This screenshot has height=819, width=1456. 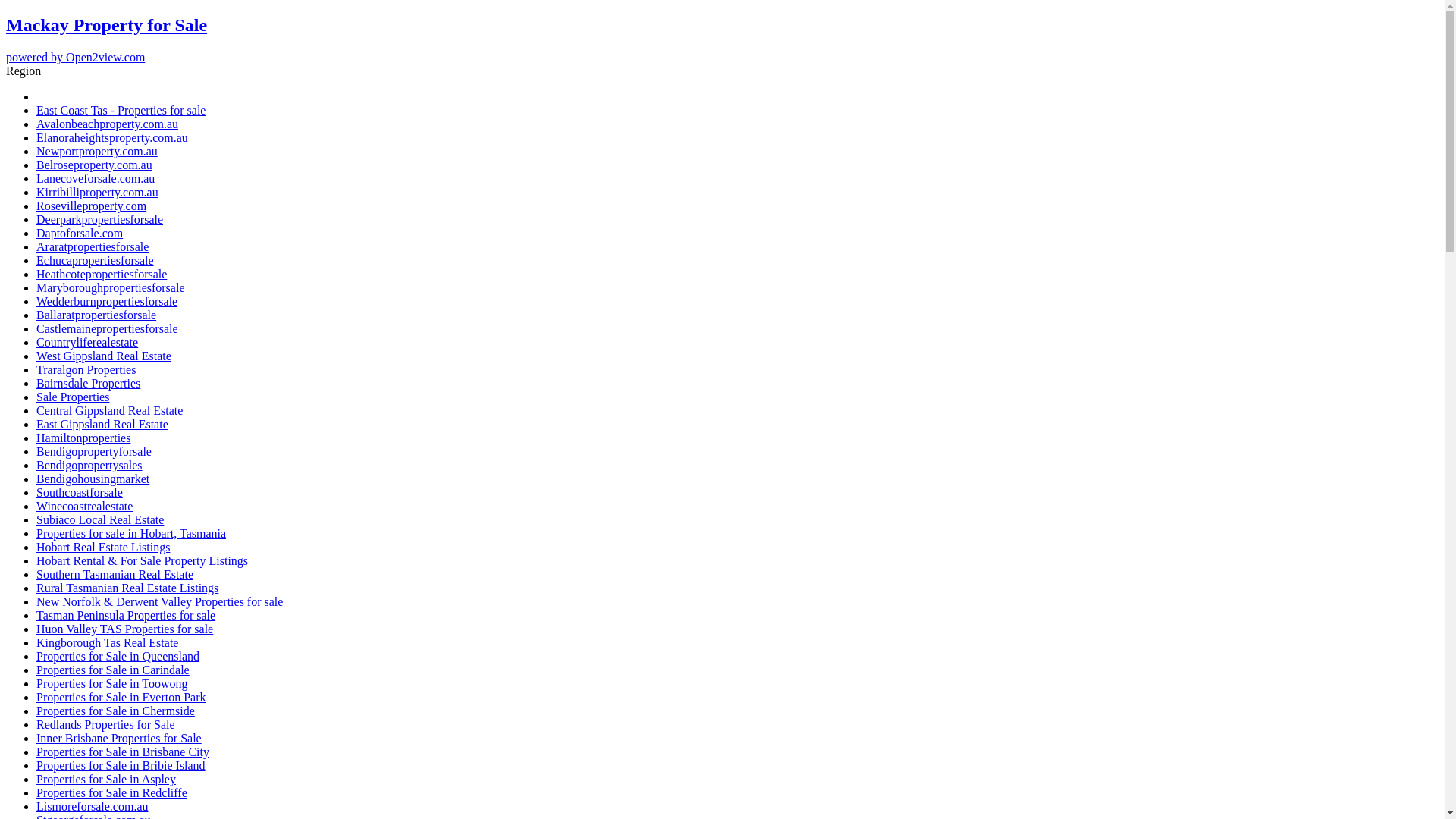 What do you see at coordinates (126, 615) in the screenshot?
I see `'Tasman Peninsula Properties for sale'` at bounding box center [126, 615].